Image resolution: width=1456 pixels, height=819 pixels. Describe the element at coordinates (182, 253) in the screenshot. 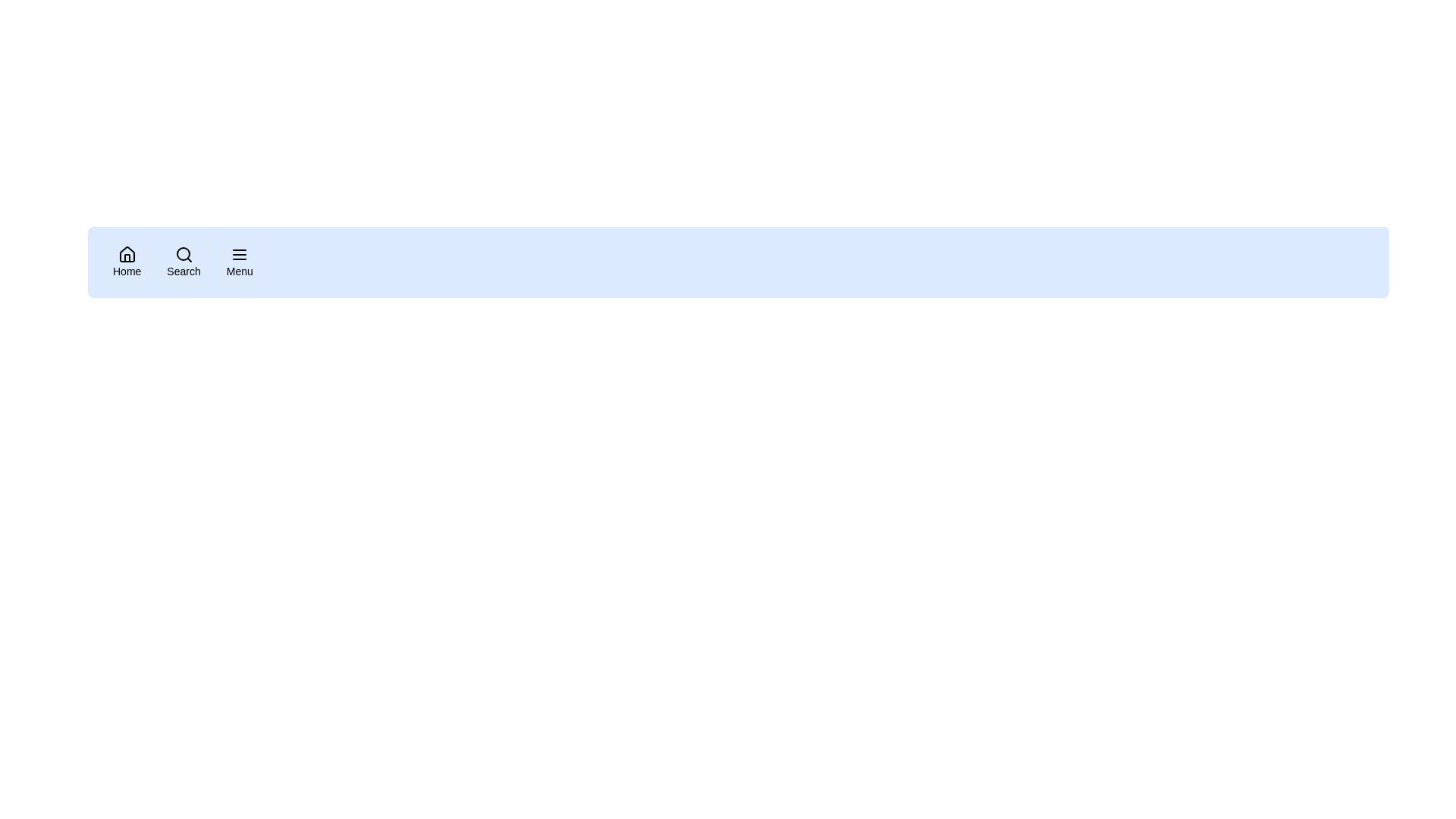

I see `the circular graphic component located at the center of the magnifying glass icon, which is the second navigation button from the left in the horizontal navigation bar` at that location.